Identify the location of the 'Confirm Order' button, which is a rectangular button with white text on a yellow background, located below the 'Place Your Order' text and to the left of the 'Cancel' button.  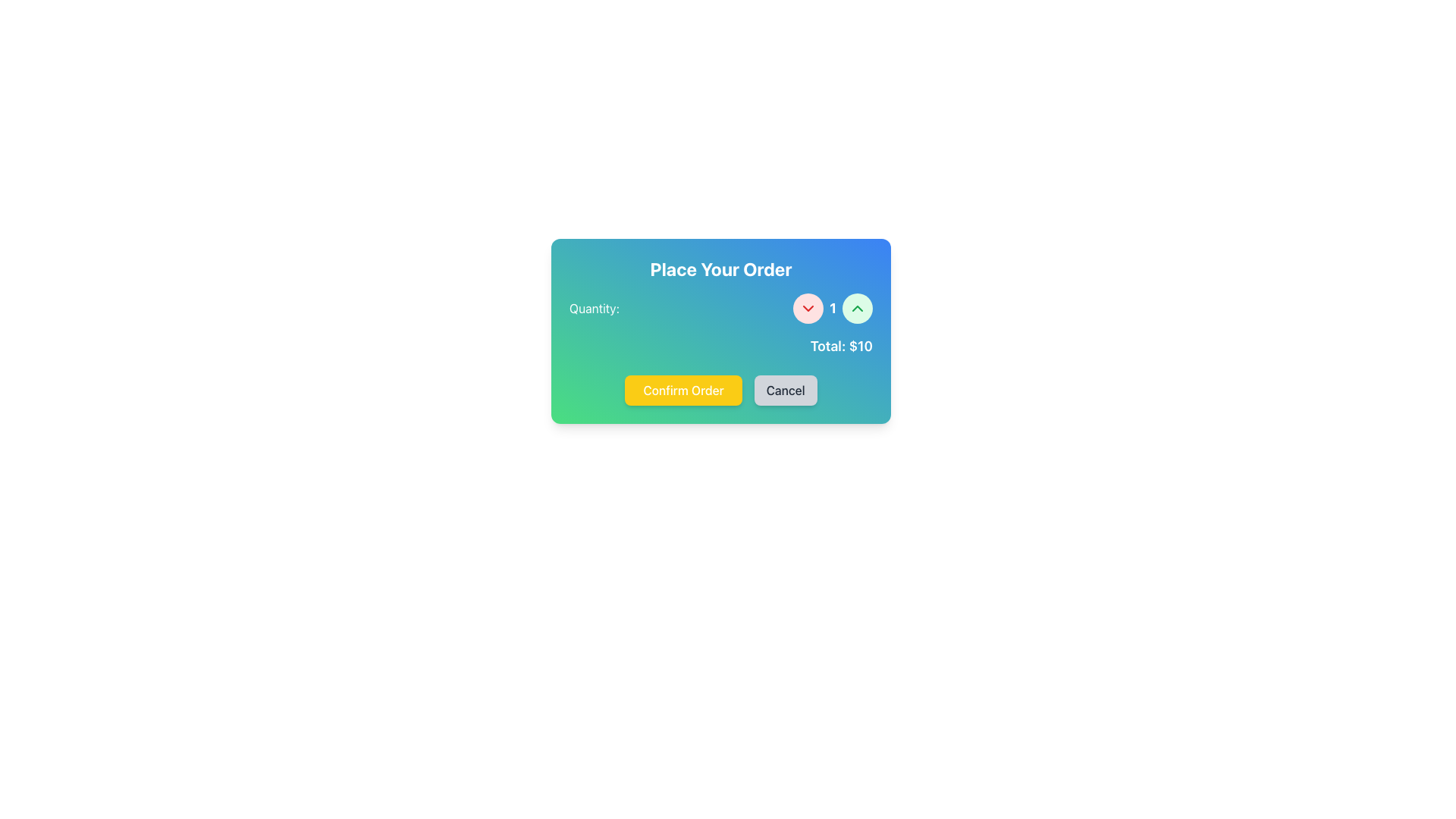
(682, 390).